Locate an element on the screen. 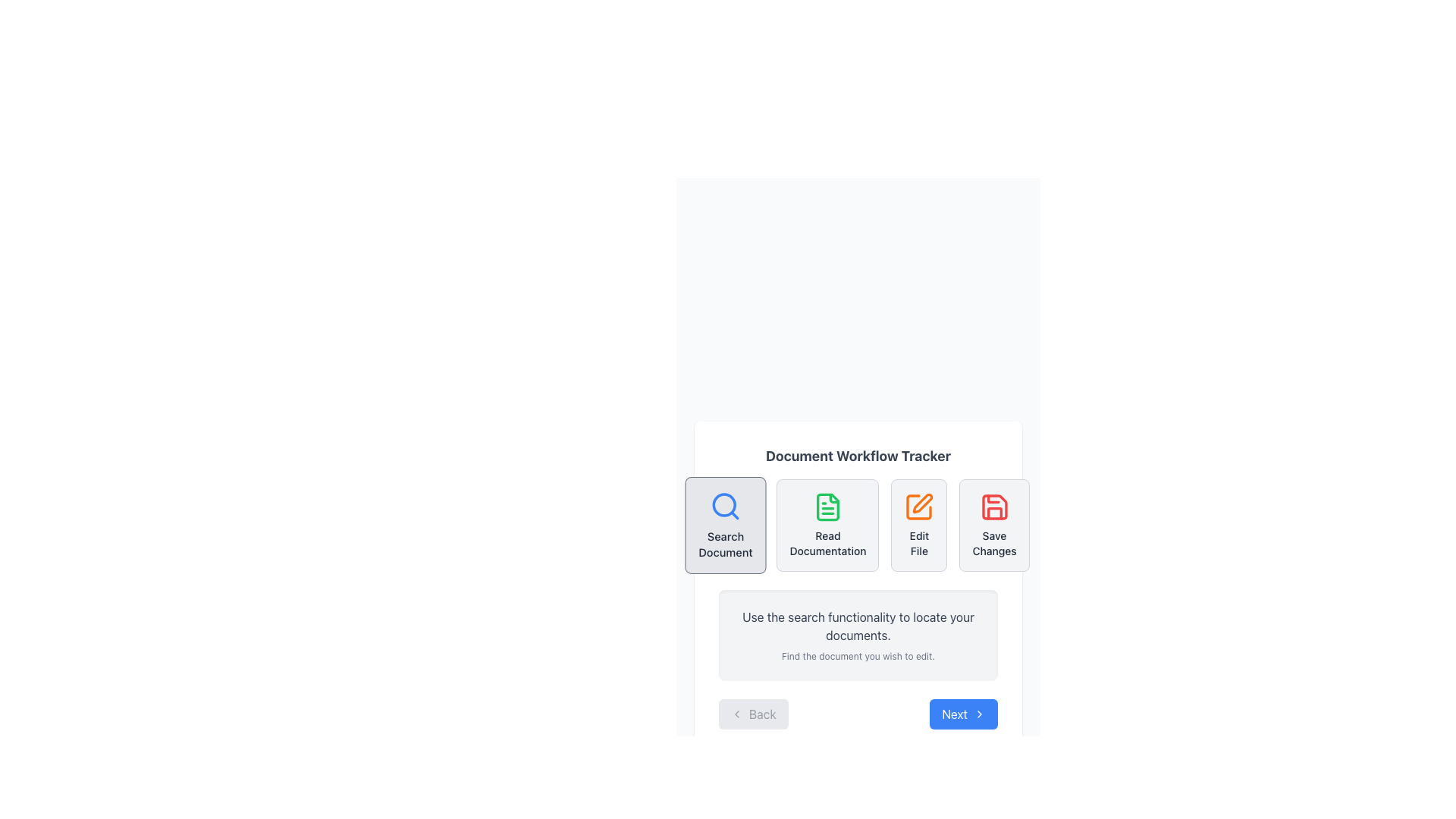 The height and width of the screenshot is (819, 1456). the graphical vector element representing the save icon, which is located at the bottom part of the save icon in the rightmost section of the top row of icons is located at coordinates (994, 513).